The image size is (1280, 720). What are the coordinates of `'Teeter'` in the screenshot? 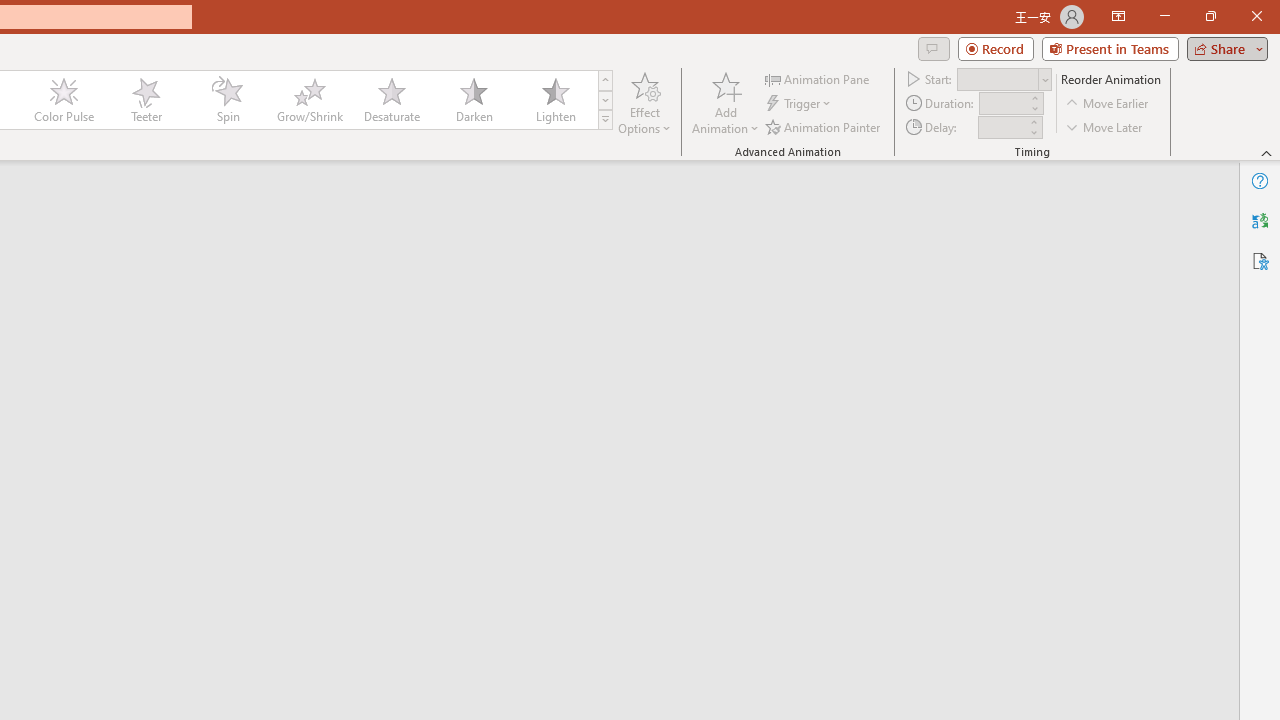 It's located at (144, 100).